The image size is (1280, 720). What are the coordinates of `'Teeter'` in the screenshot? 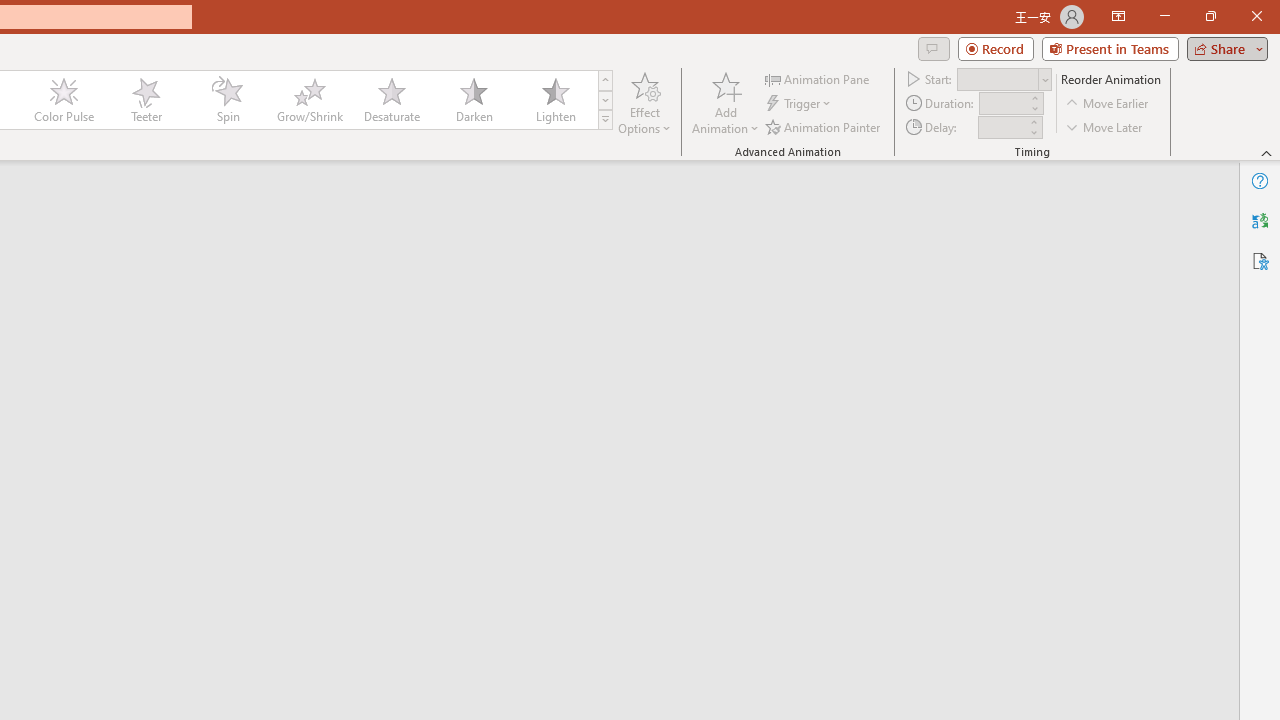 It's located at (144, 100).